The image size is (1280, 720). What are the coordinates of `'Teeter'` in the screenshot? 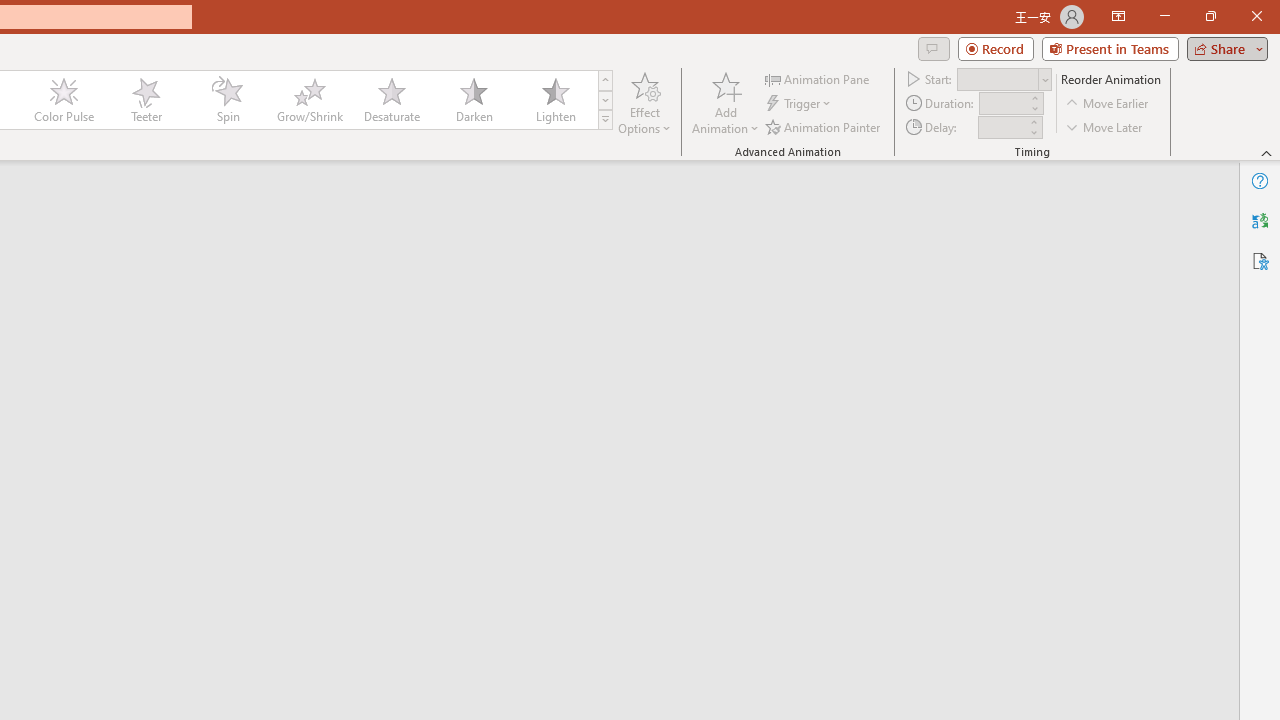 It's located at (144, 100).